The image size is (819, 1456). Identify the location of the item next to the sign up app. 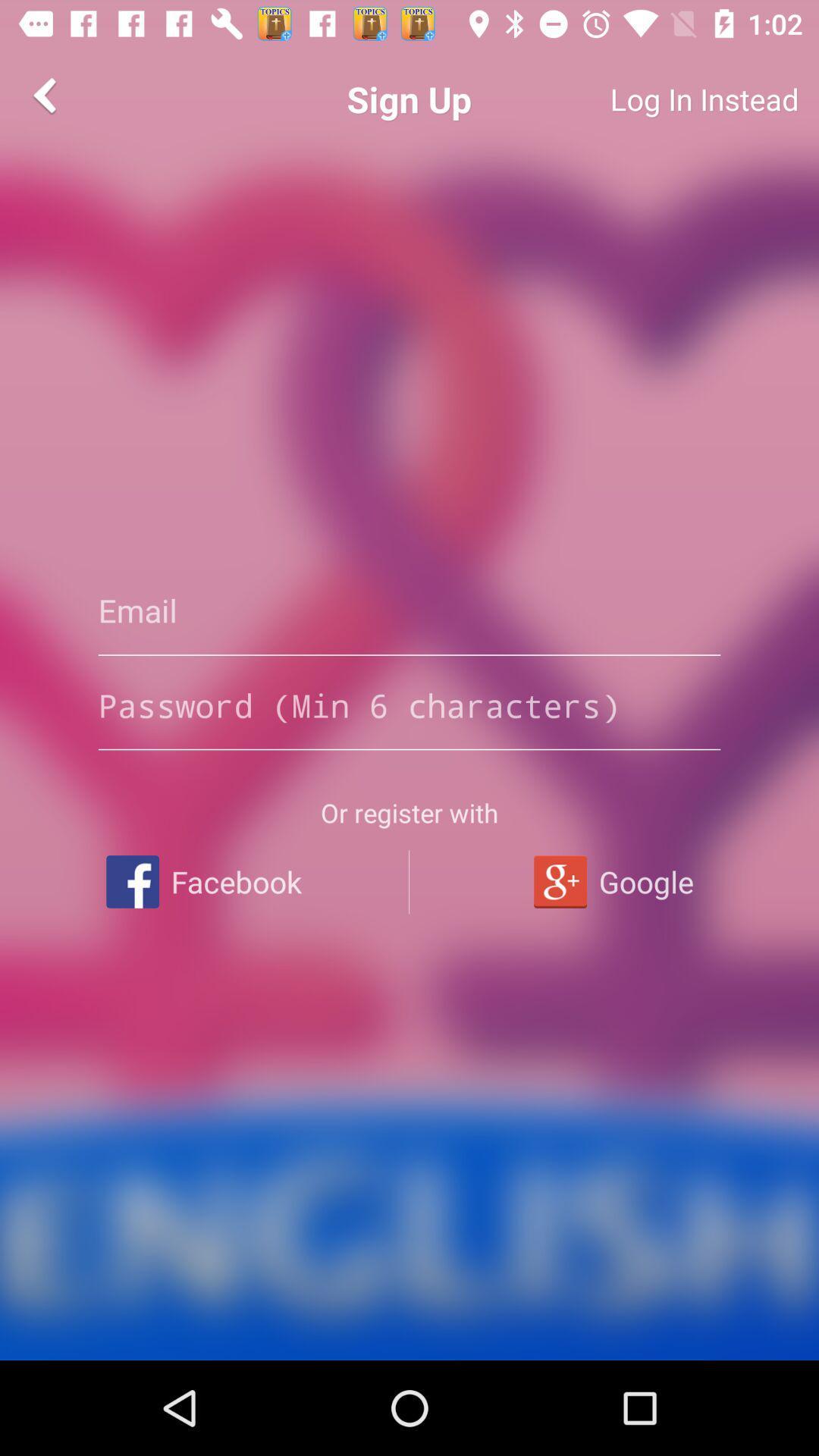
(46, 94).